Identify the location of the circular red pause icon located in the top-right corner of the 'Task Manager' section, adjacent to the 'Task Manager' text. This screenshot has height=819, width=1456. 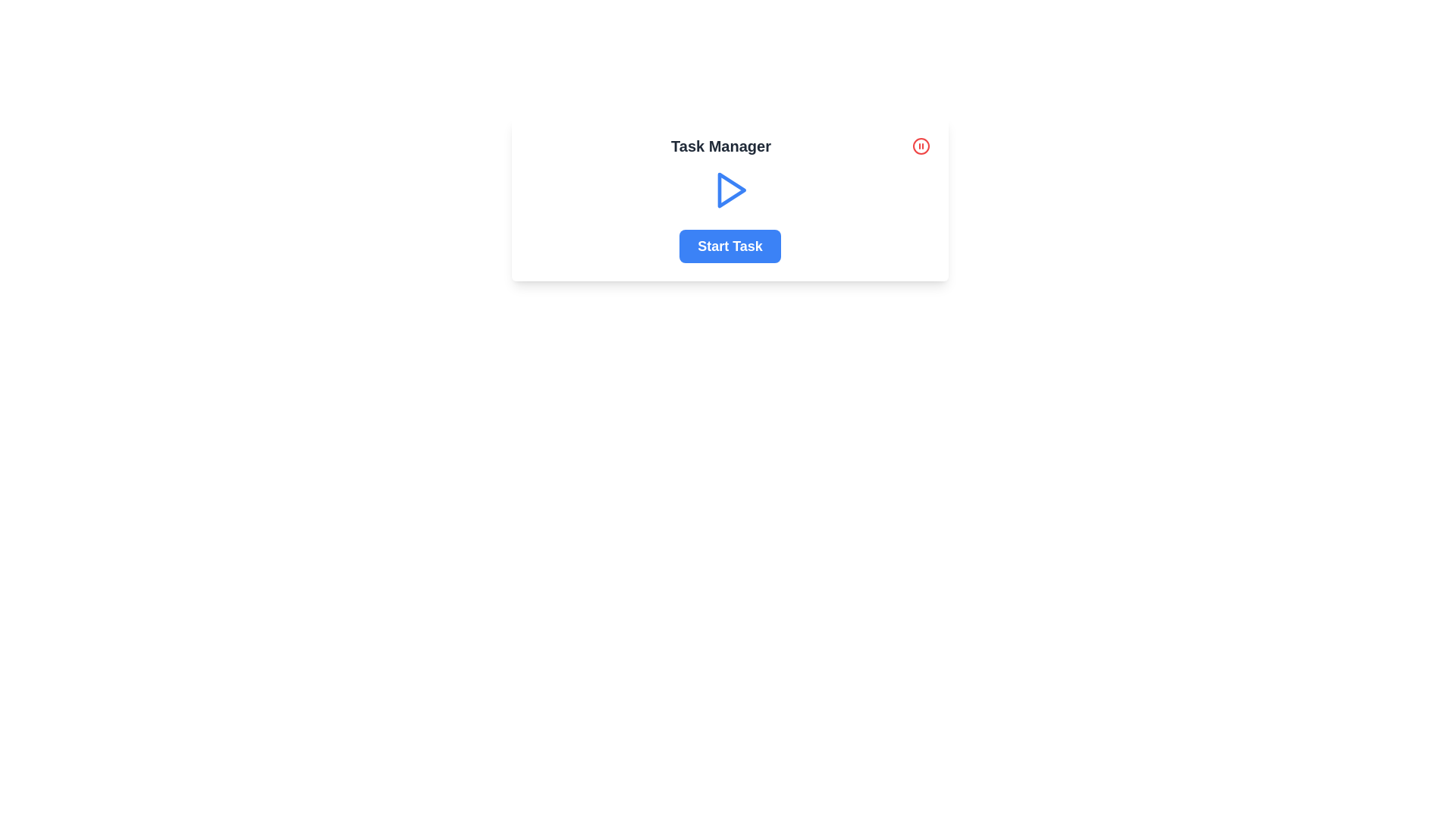
(920, 146).